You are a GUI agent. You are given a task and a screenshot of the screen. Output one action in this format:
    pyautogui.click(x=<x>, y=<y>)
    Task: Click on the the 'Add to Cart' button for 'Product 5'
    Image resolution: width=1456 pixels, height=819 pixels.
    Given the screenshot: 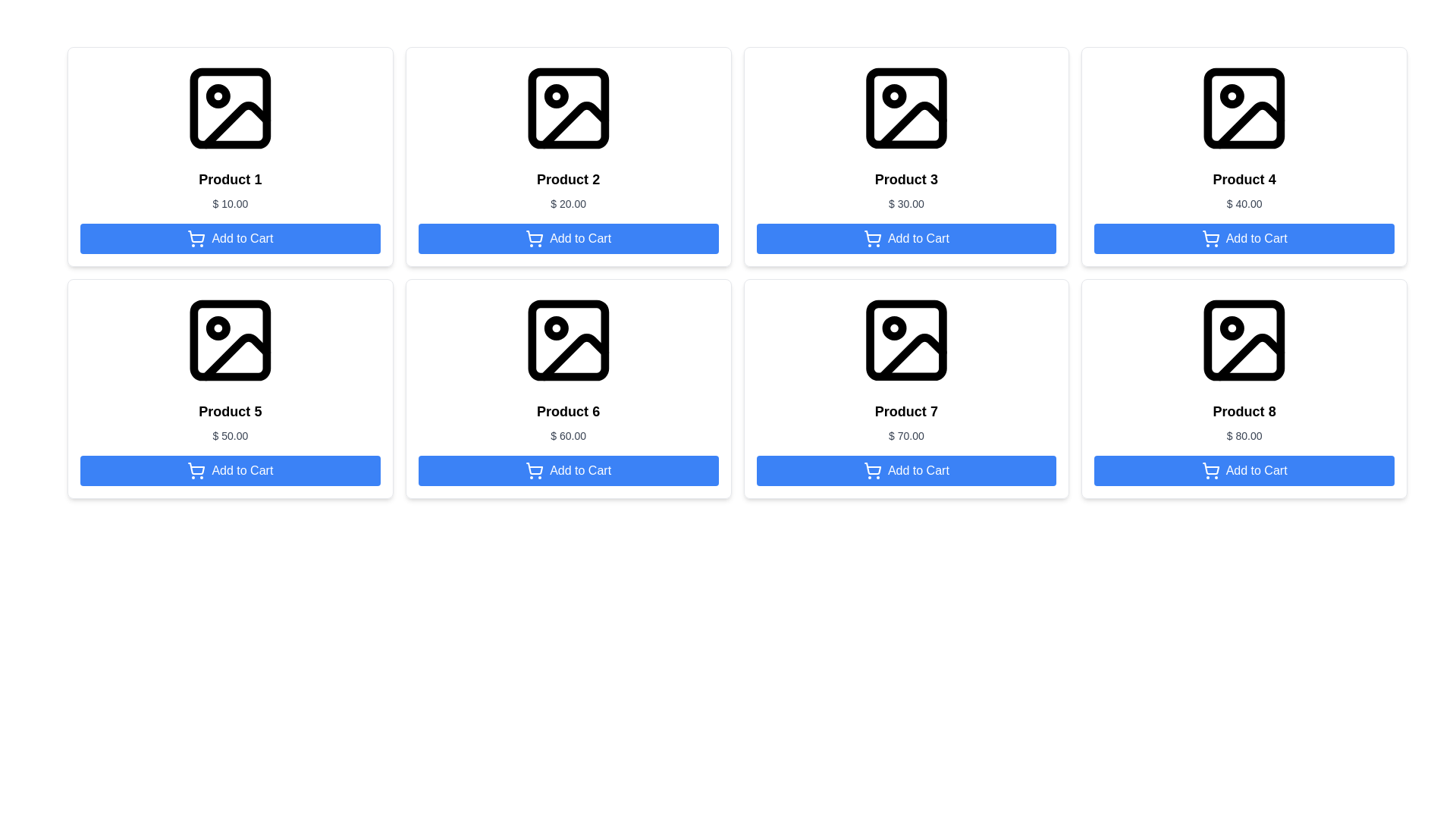 What is the action you would take?
    pyautogui.click(x=229, y=470)
    